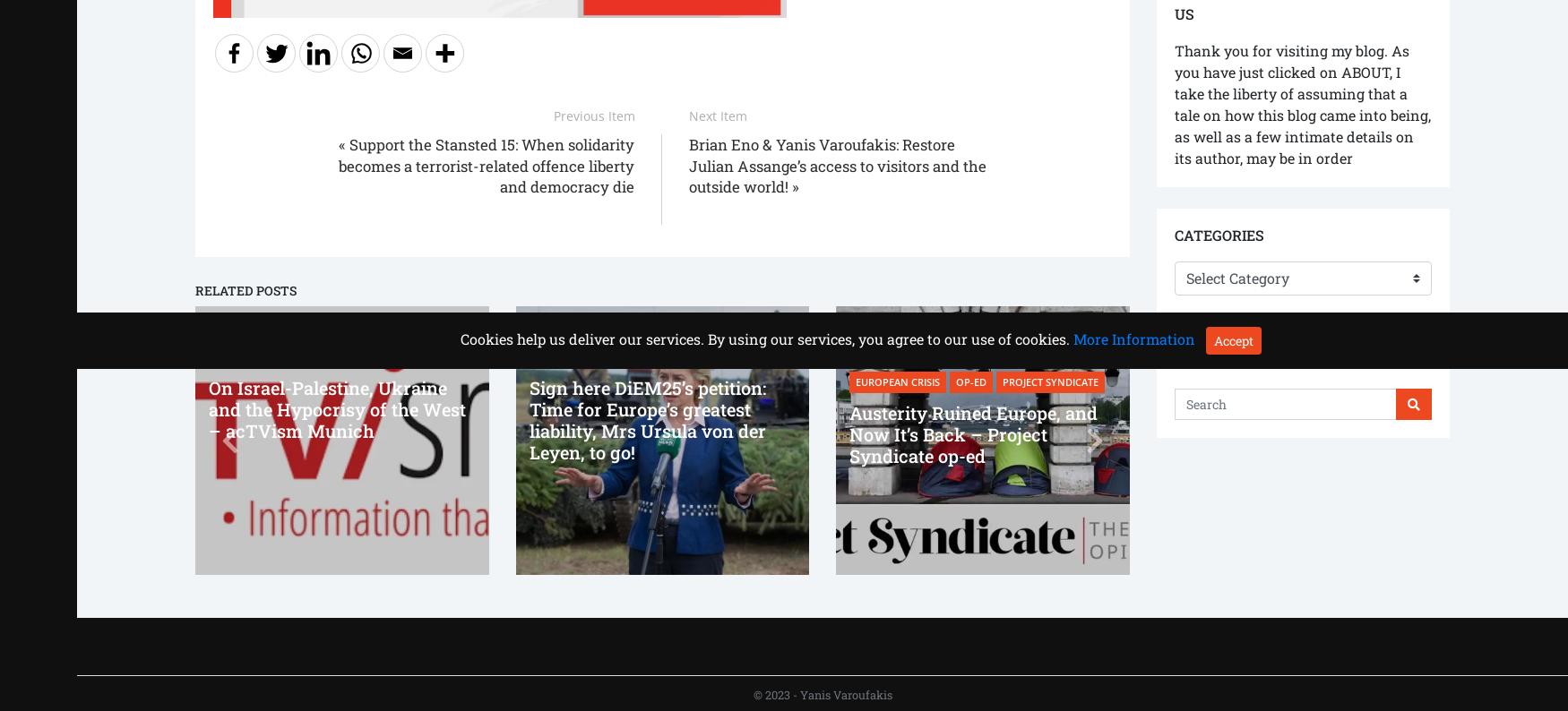  I want to click on 'US', so click(1184, 13).